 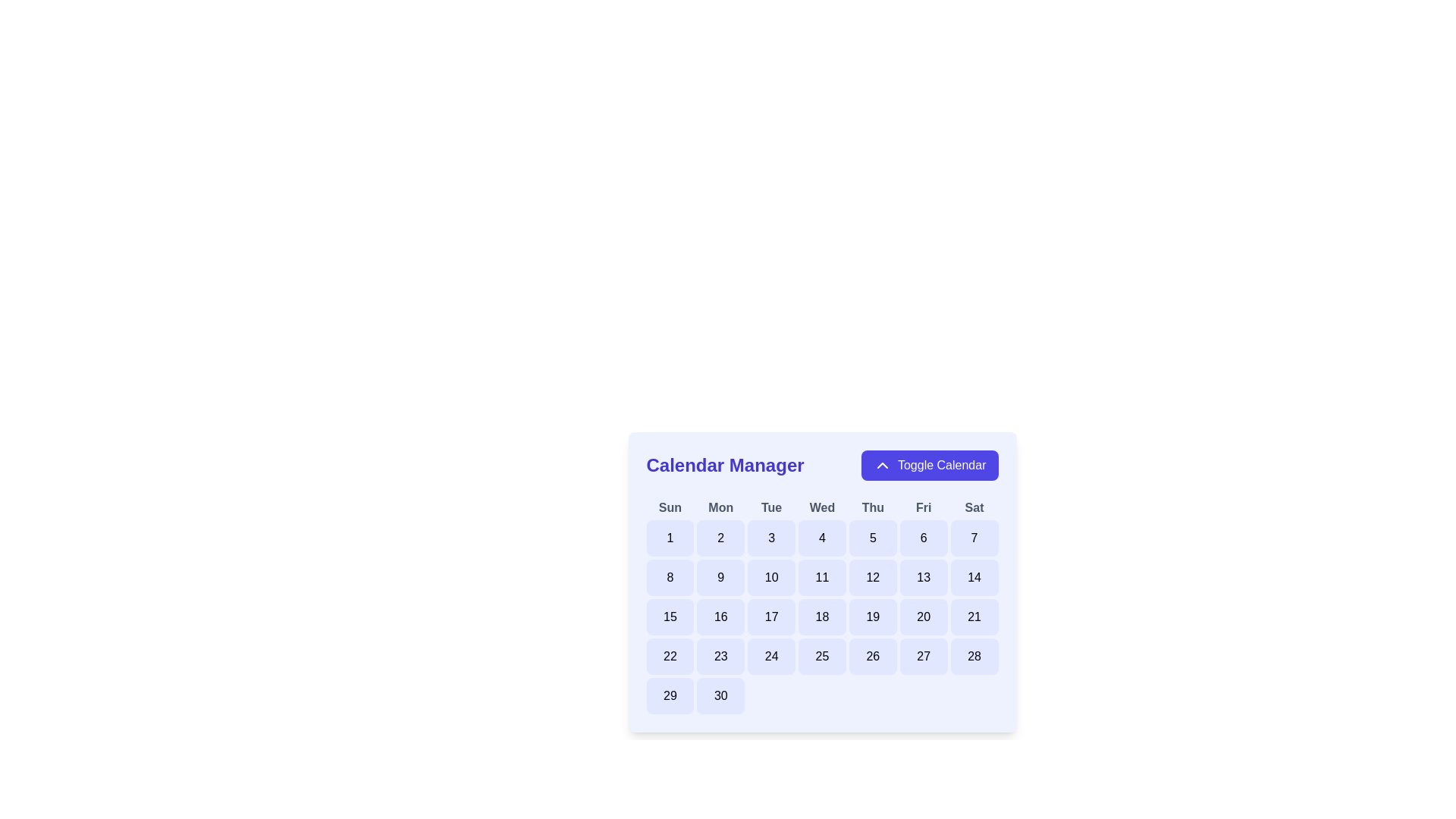 I want to click on the button representing the date 20th in the calendar, which is located in the sixth column of the fourth row under the 'Fri' header, so click(x=923, y=617).